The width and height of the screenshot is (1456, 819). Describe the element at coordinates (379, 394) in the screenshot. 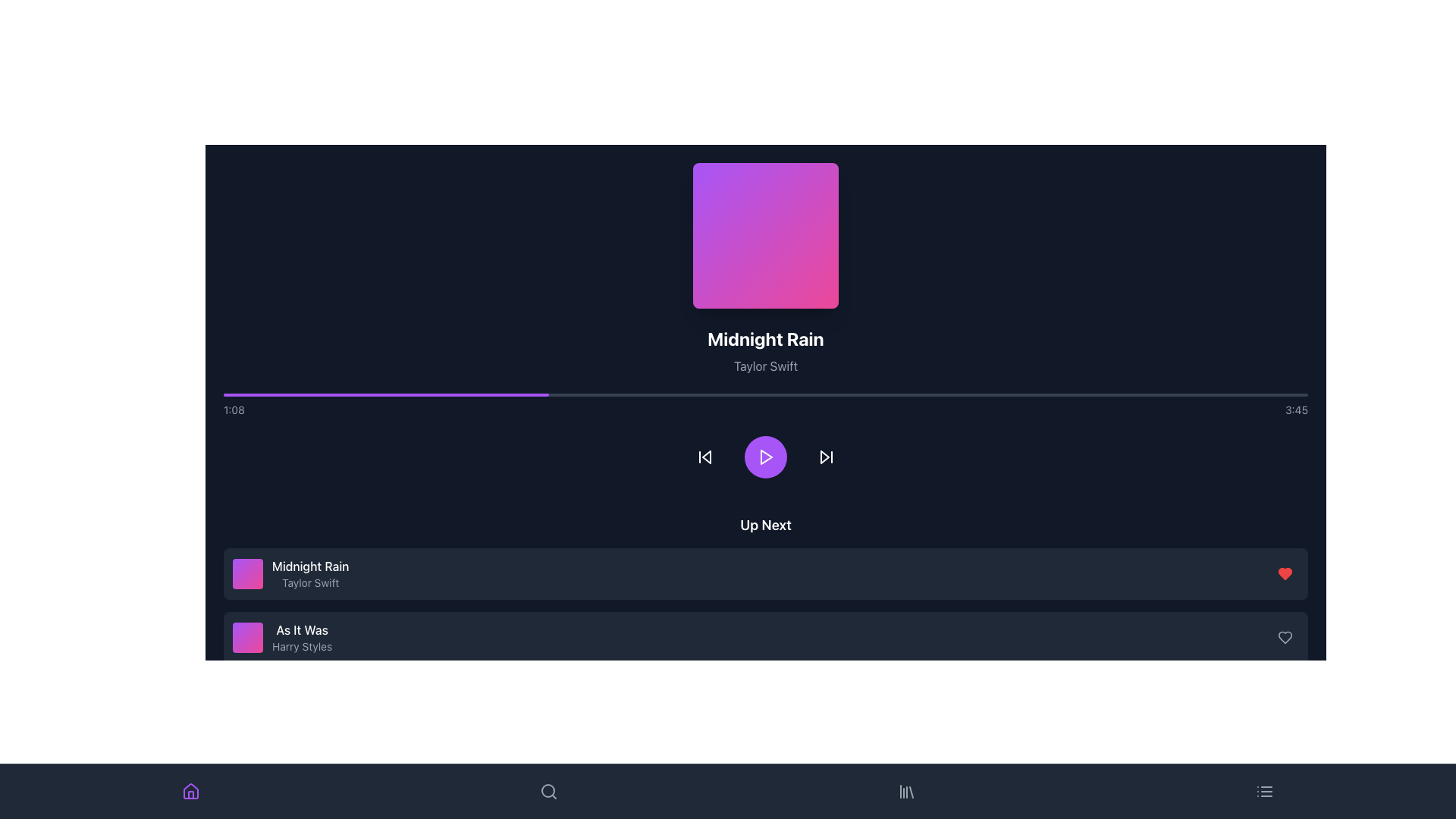

I see `the progress bar` at that location.